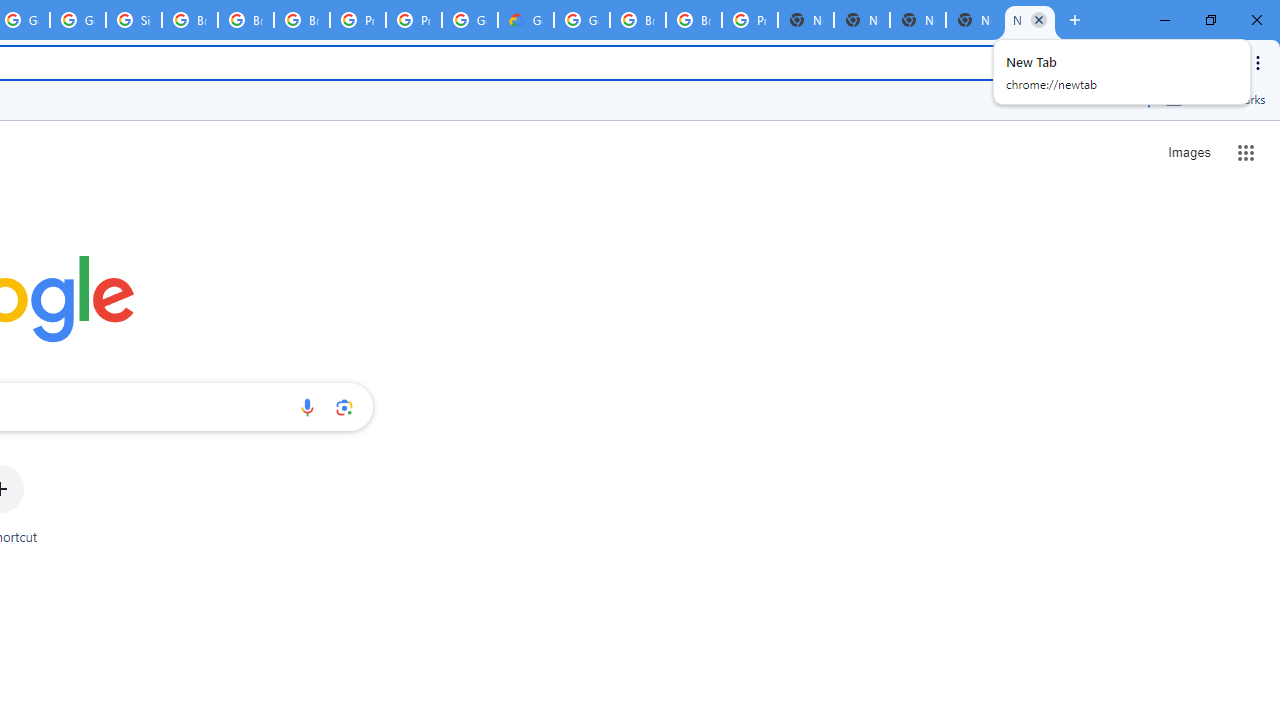 The width and height of the screenshot is (1280, 720). Describe the element at coordinates (1030, 20) in the screenshot. I see `'New Tab'` at that location.